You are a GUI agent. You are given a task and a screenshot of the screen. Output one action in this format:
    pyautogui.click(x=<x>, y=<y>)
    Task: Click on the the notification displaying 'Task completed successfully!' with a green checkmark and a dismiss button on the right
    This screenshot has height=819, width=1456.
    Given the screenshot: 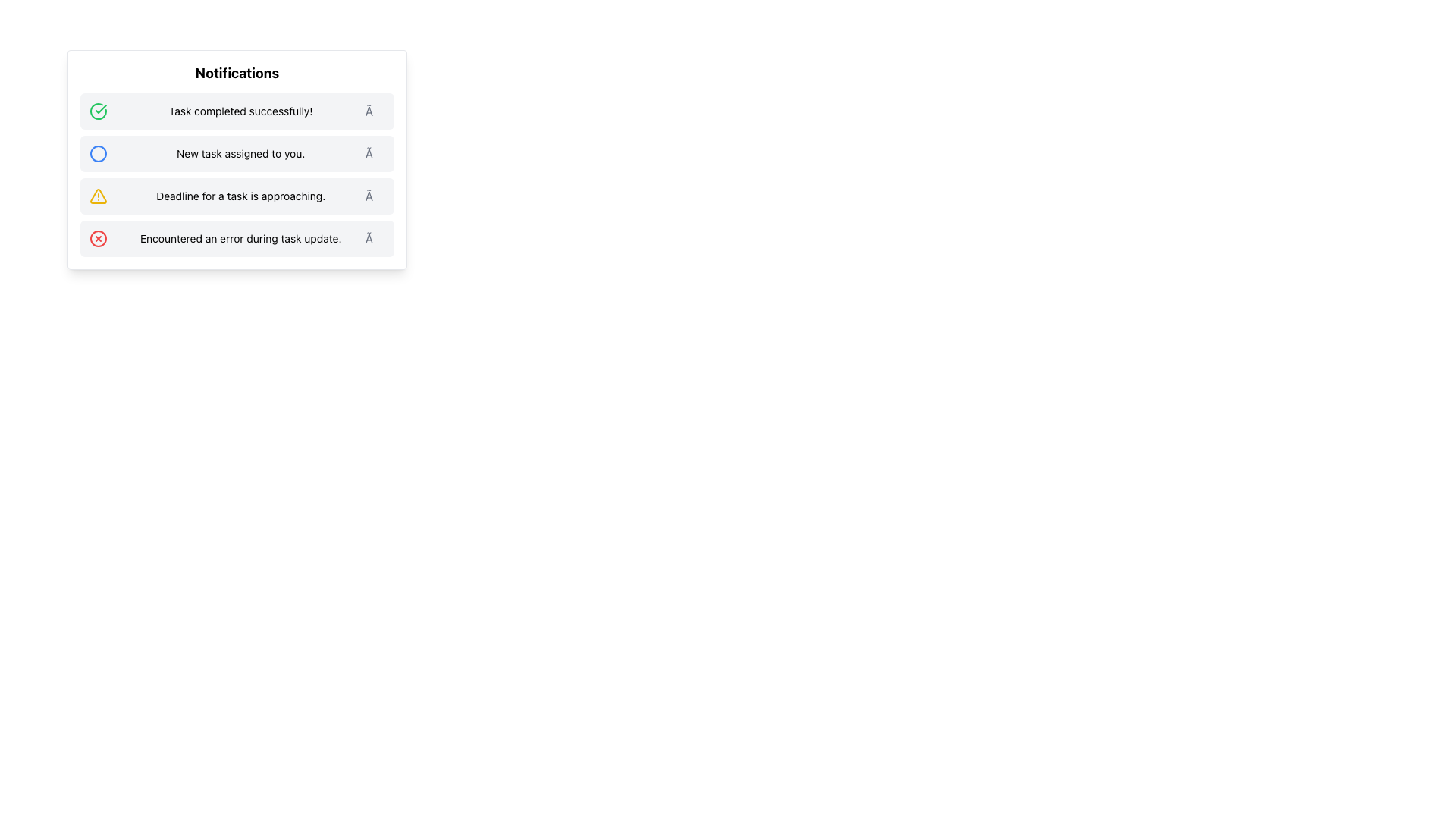 What is the action you would take?
    pyautogui.click(x=236, y=110)
    